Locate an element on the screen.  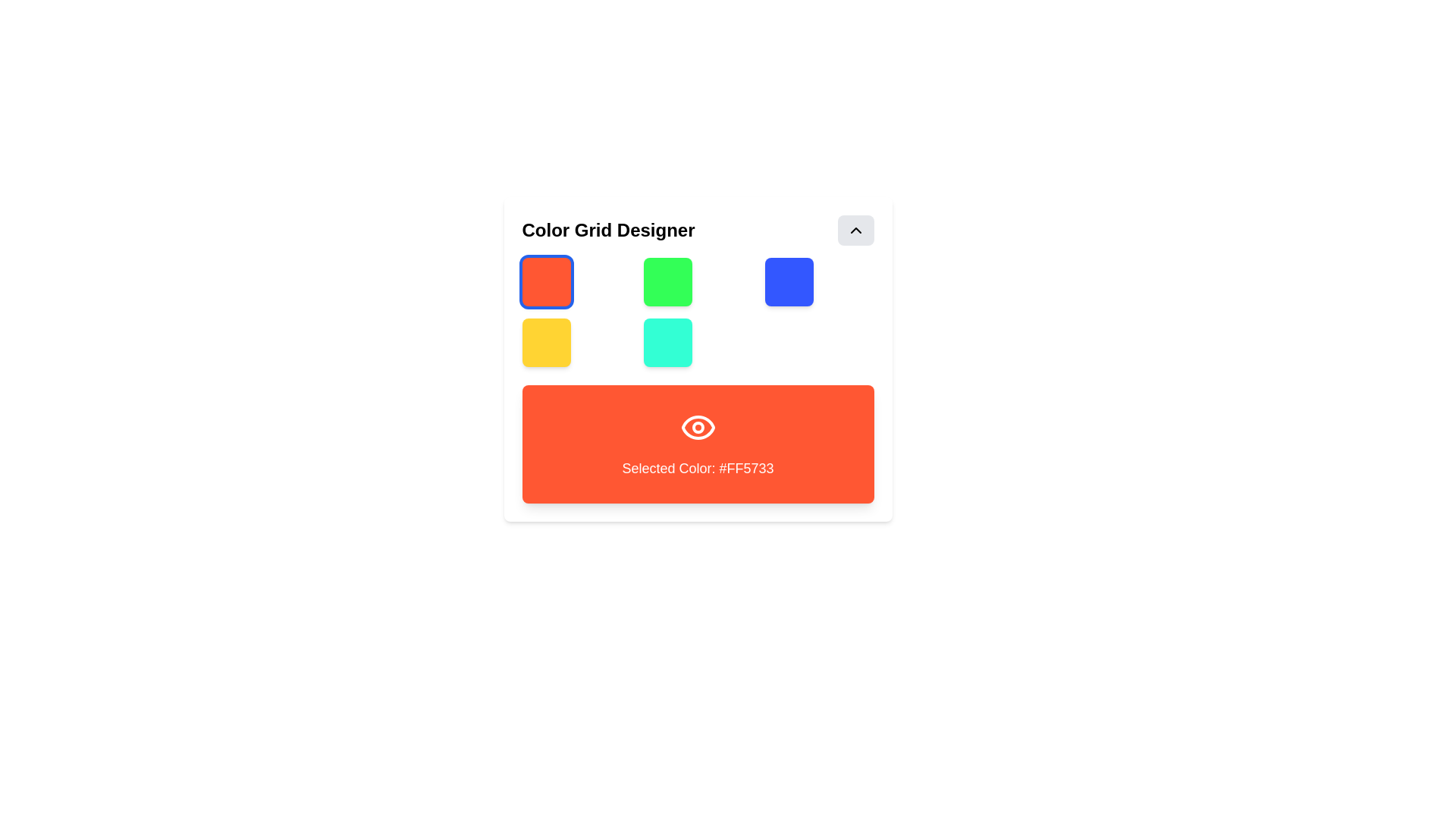
the fourth square in a 3x2 grid, which is a bright yellow selectable color tile with rounded corners is located at coordinates (546, 342).